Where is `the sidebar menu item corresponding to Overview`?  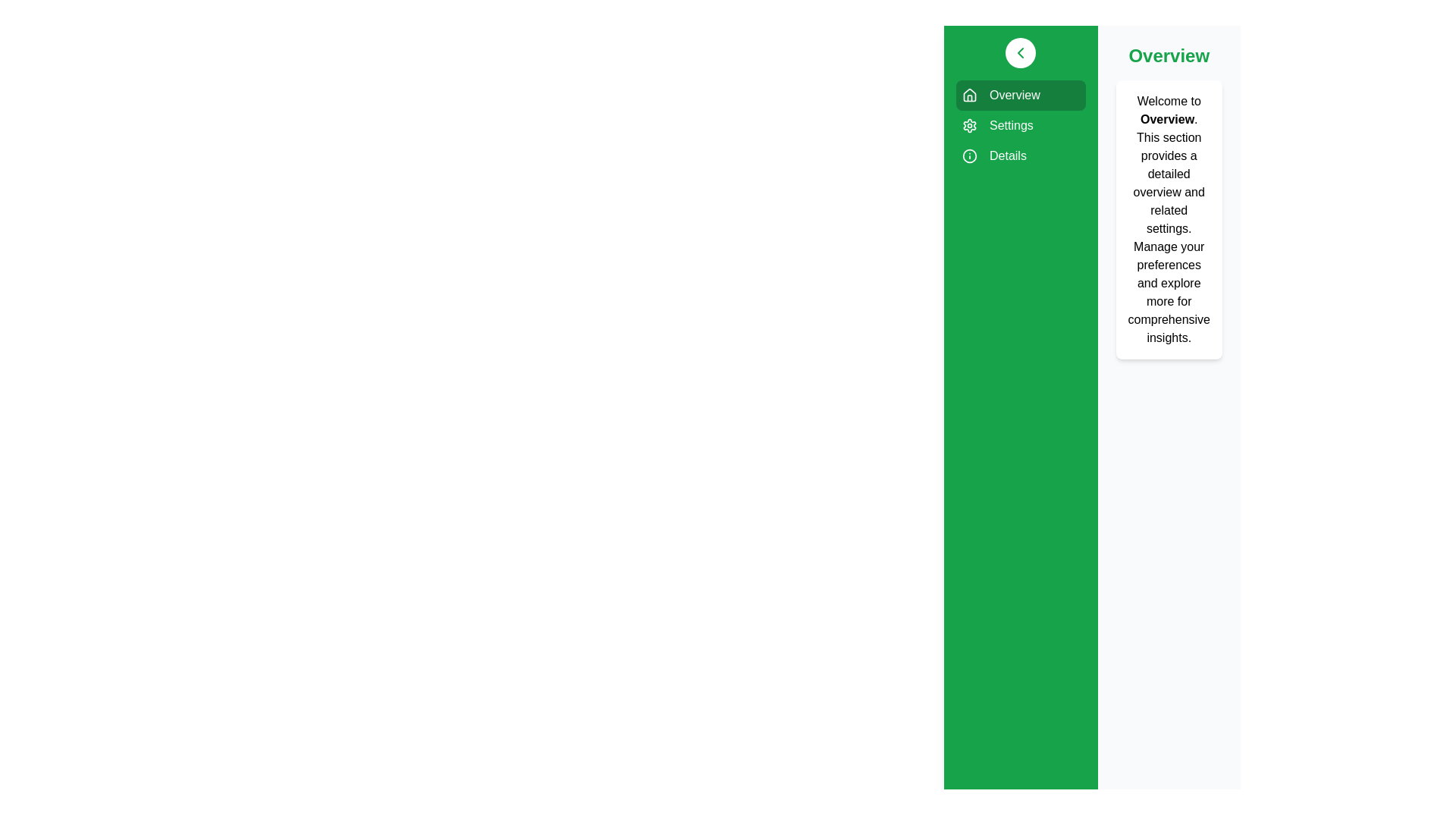 the sidebar menu item corresponding to Overview is located at coordinates (1021, 96).